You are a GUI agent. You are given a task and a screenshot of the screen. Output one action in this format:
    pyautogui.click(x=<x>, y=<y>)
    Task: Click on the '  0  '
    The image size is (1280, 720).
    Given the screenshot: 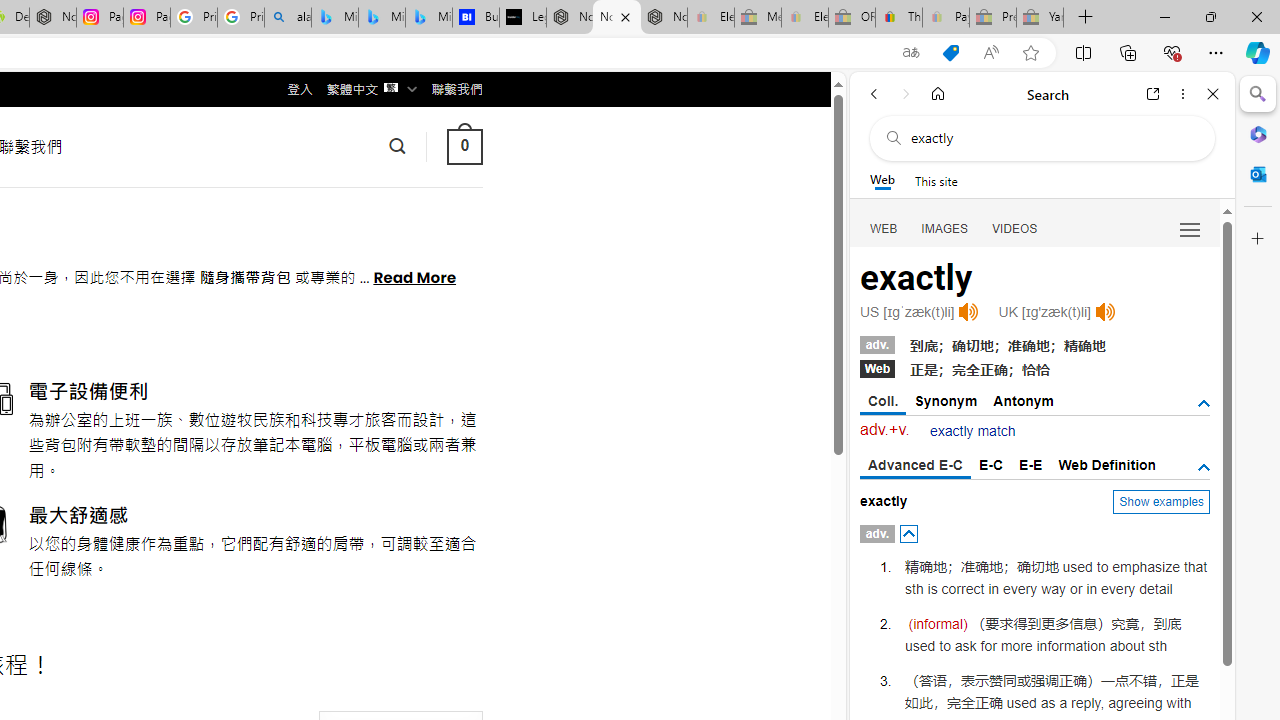 What is the action you would take?
    pyautogui.click(x=463, y=145)
    